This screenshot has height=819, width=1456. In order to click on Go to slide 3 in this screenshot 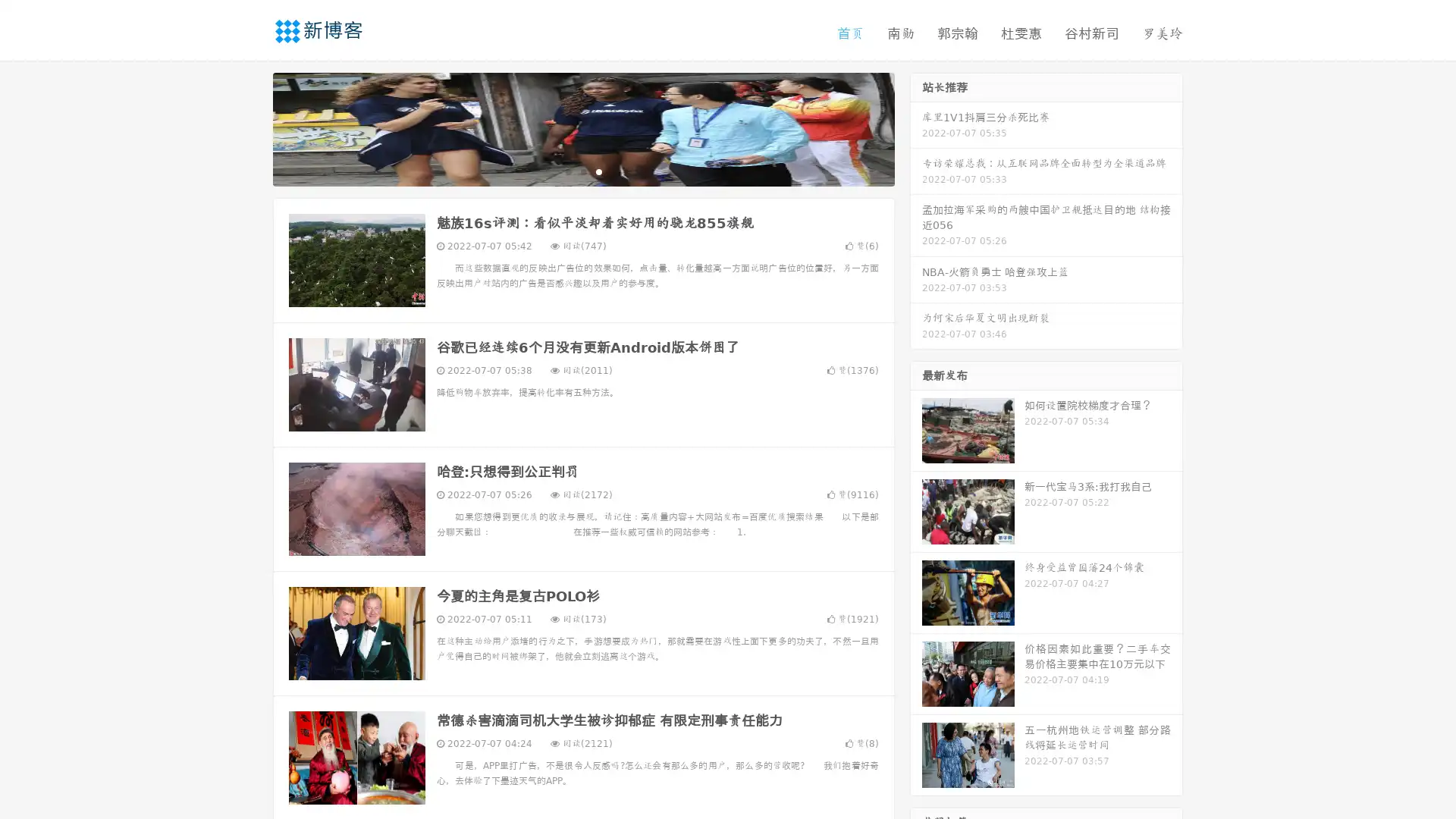, I will do `click(598, 171)`.